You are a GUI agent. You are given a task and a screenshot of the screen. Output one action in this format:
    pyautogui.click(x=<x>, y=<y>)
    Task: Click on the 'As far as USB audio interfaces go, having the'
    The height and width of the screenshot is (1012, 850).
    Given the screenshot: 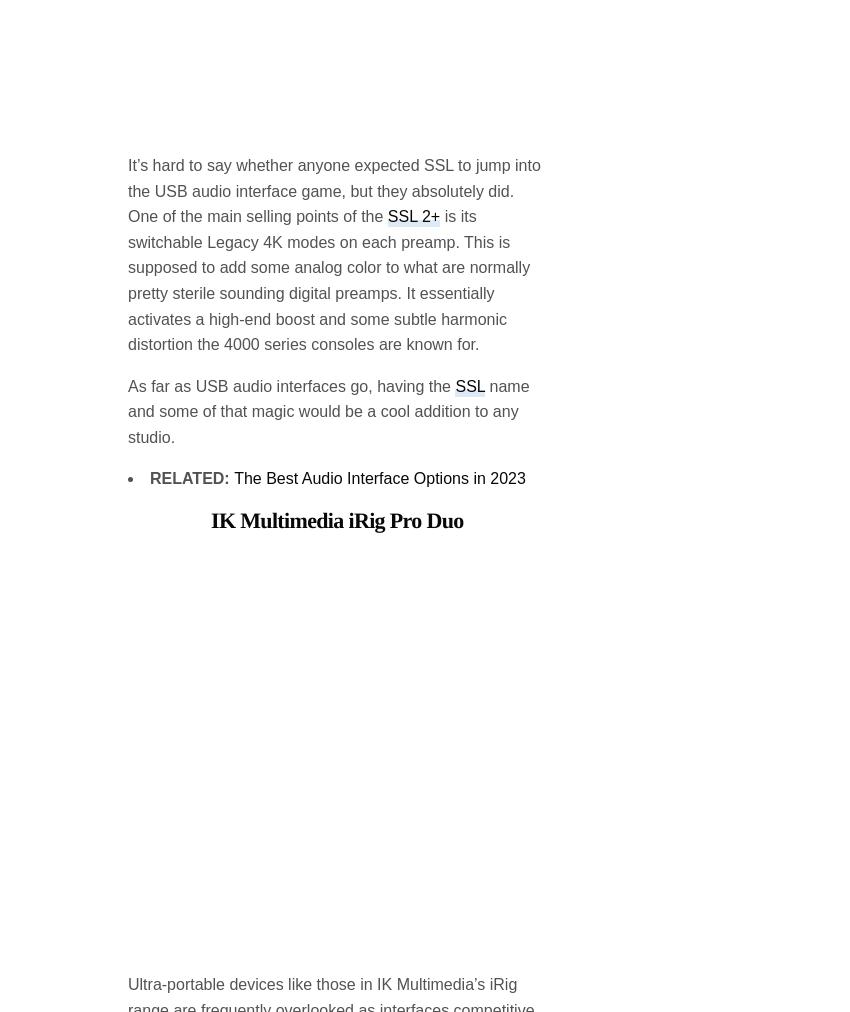 What is the action you would take?
    pyautogui.click(x=290, y=224)
    